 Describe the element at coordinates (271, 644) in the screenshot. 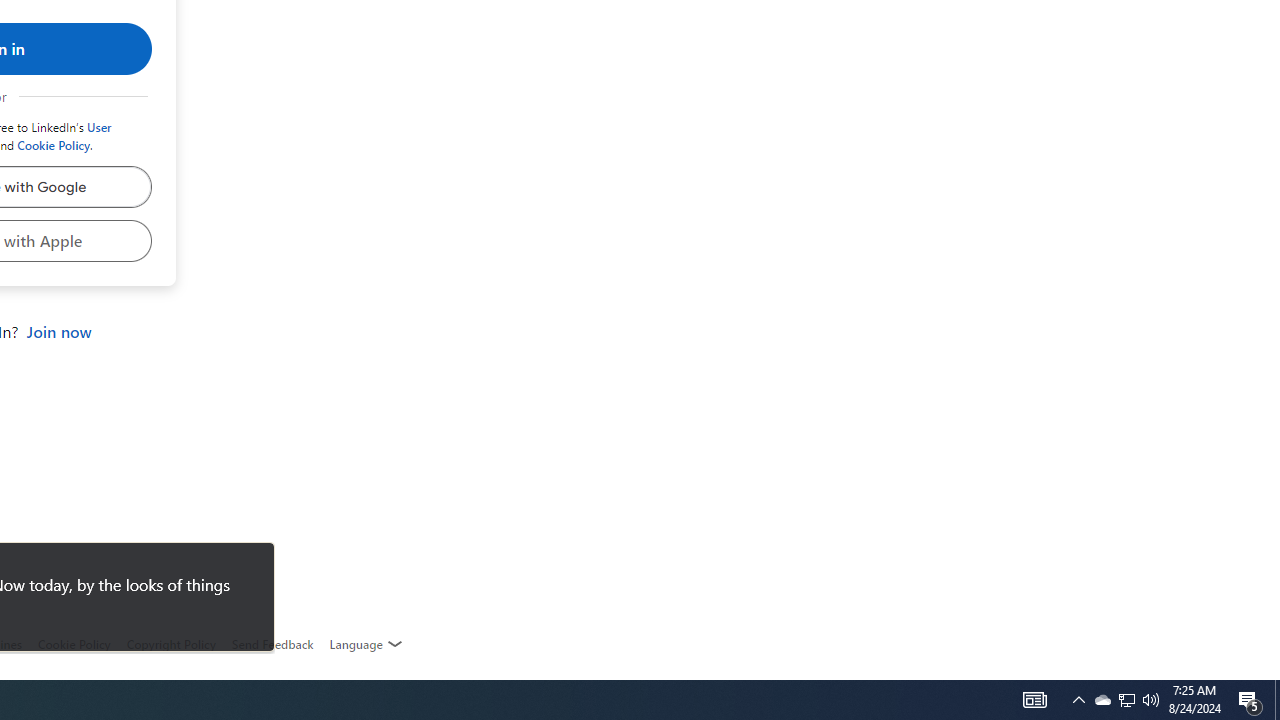

I see `'AutomationID: feedback-request'` at that location.